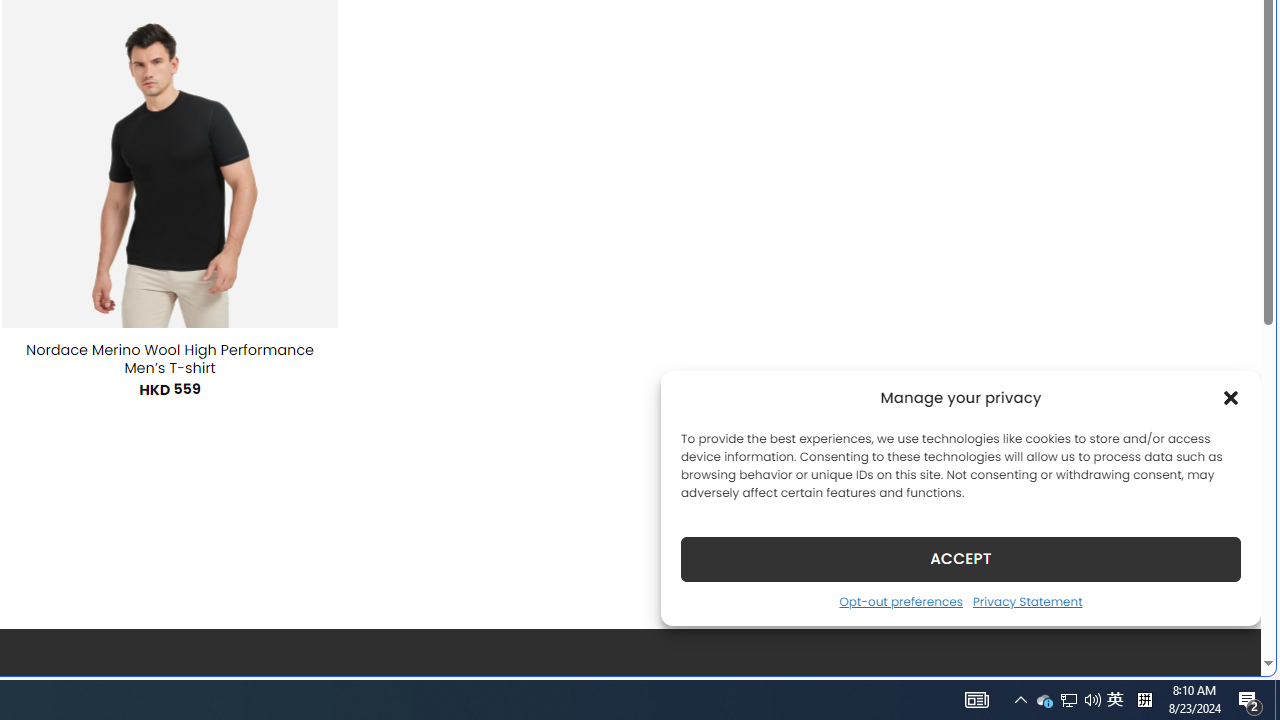  Describe the element at coordinates (899, 600) in the screenshot. I see `'Opt-out preferences'` at that location.